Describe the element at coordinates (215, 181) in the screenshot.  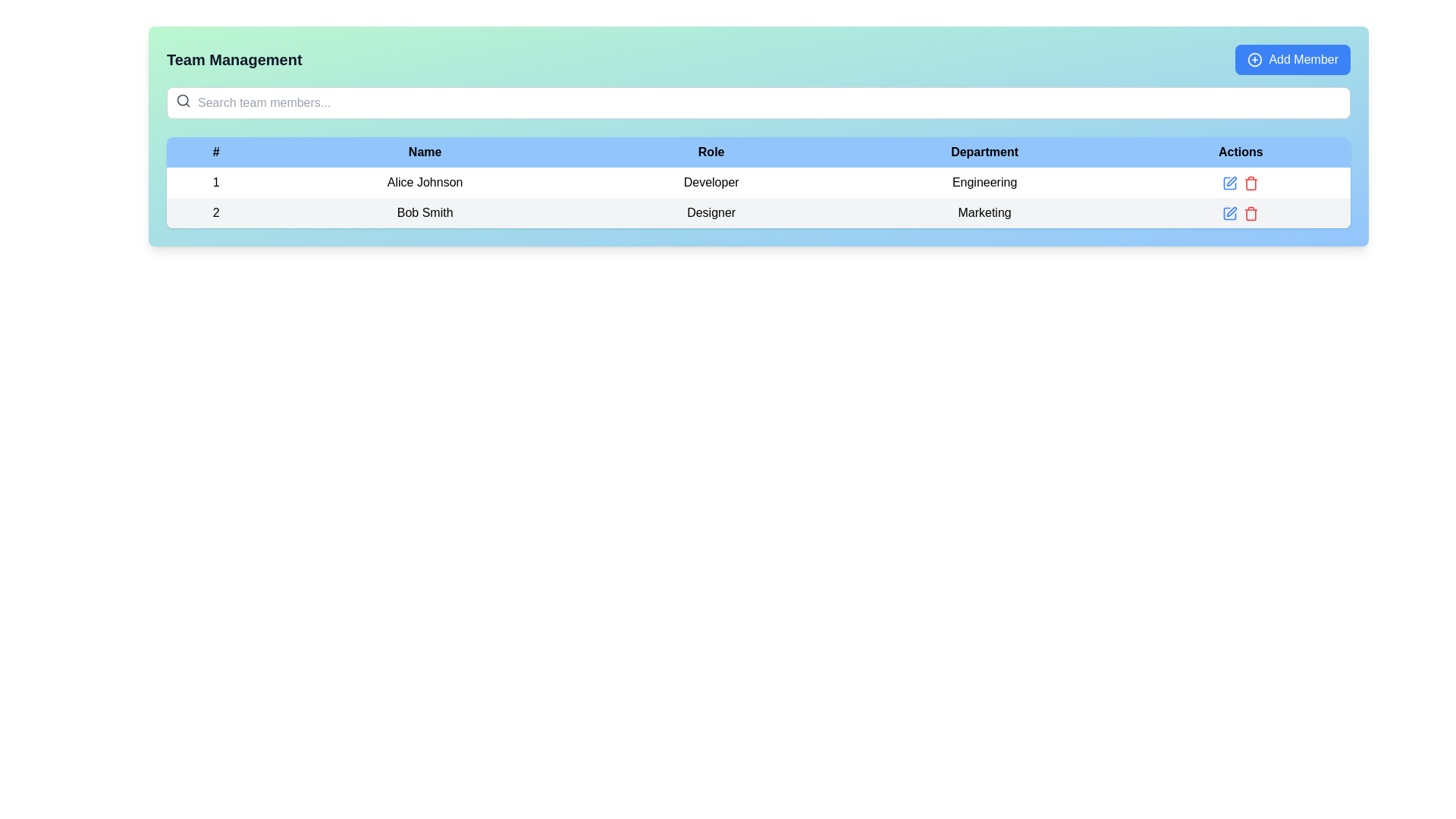
I see `to select the numeral '1' in the leftmost cell of the first row of the table` at that location.